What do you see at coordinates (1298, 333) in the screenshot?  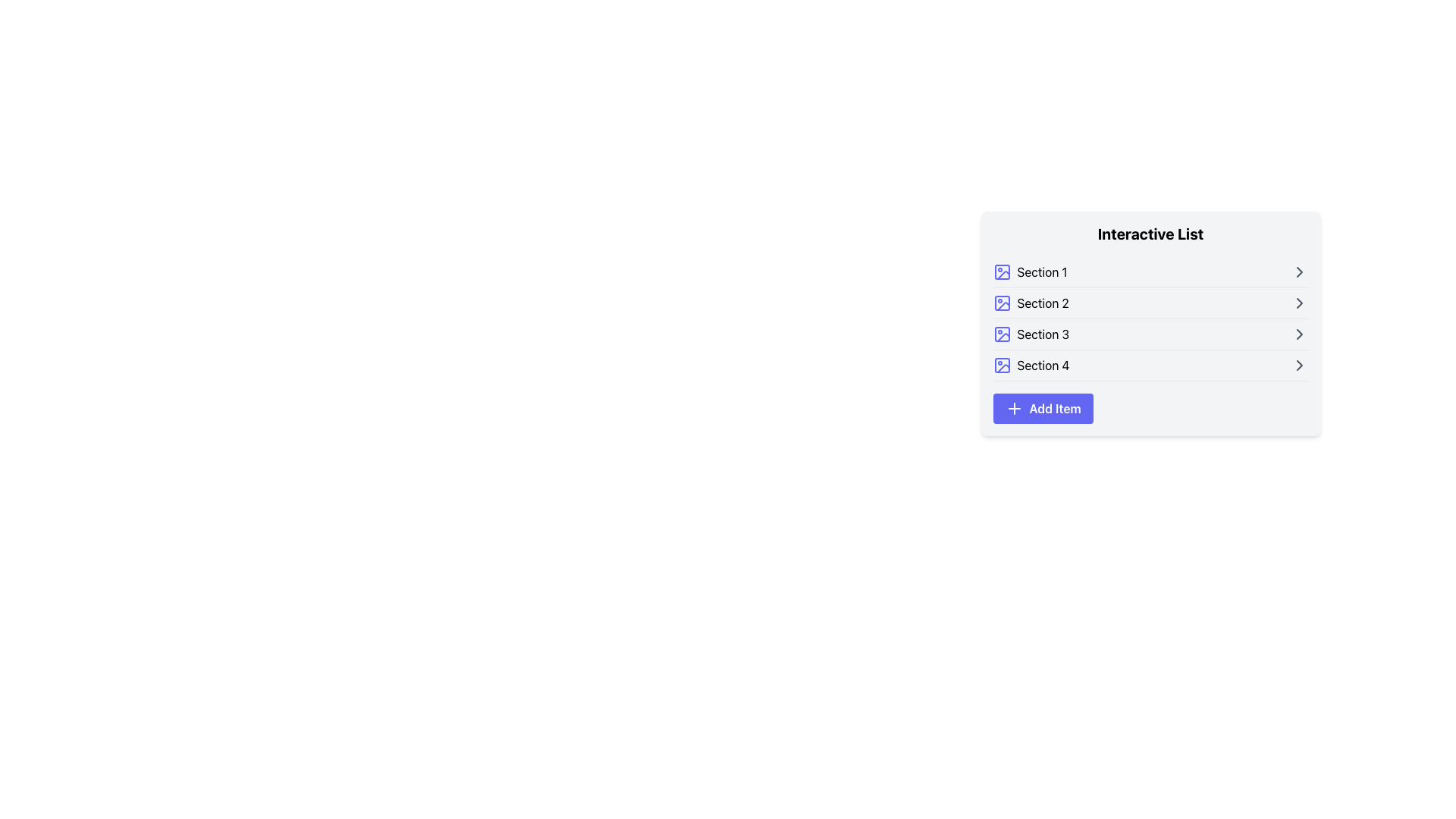 I see `the icon located on the right side of the row labeled 'Section 3'` at bounding box center [1298, 333].